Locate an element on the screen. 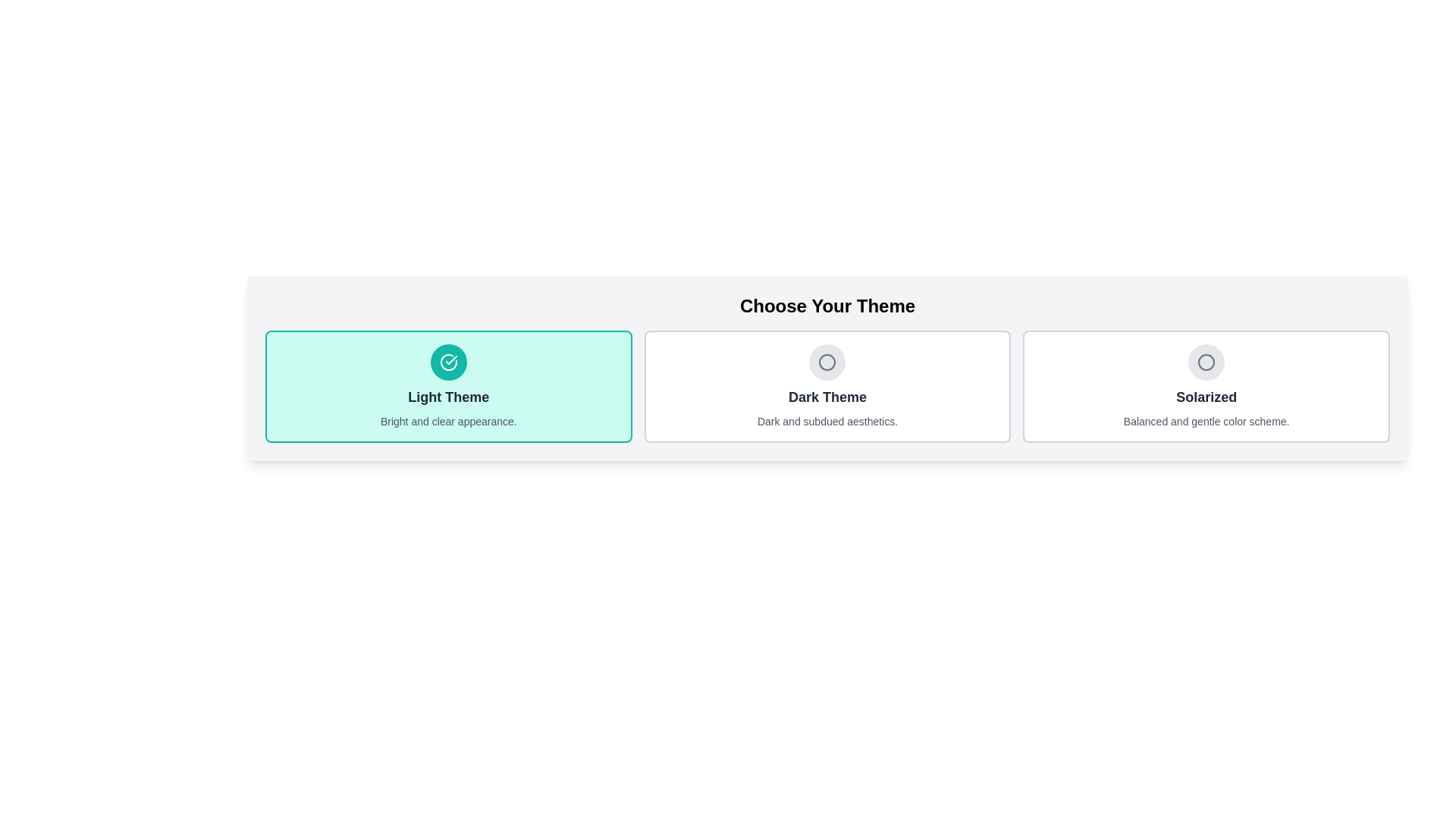 The image size is (1456, 819). the button is located at coordinates (827, 385).